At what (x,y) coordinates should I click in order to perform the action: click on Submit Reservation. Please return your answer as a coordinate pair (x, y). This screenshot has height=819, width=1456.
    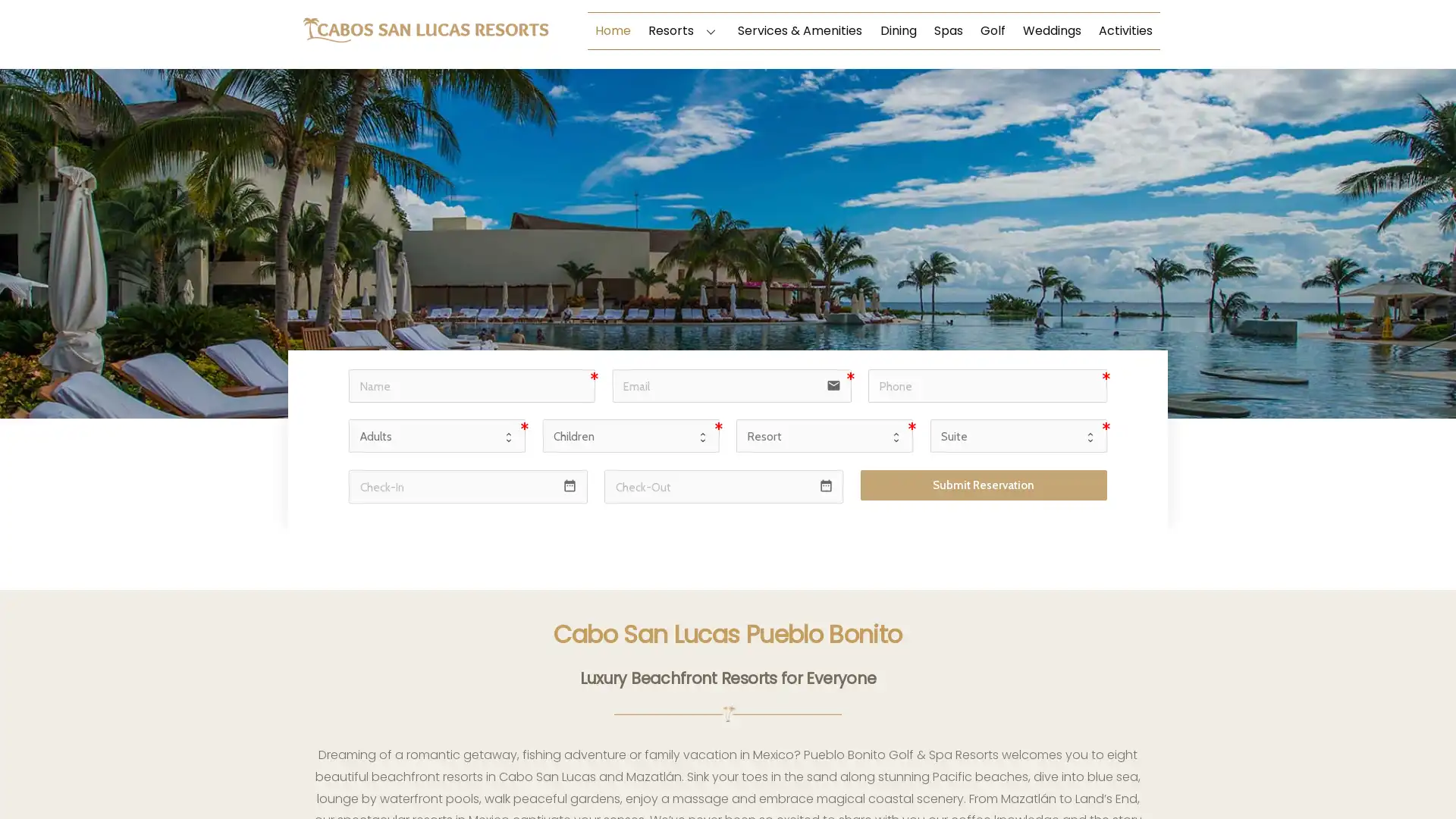
    Looking at the image, I should click on (983, 485).